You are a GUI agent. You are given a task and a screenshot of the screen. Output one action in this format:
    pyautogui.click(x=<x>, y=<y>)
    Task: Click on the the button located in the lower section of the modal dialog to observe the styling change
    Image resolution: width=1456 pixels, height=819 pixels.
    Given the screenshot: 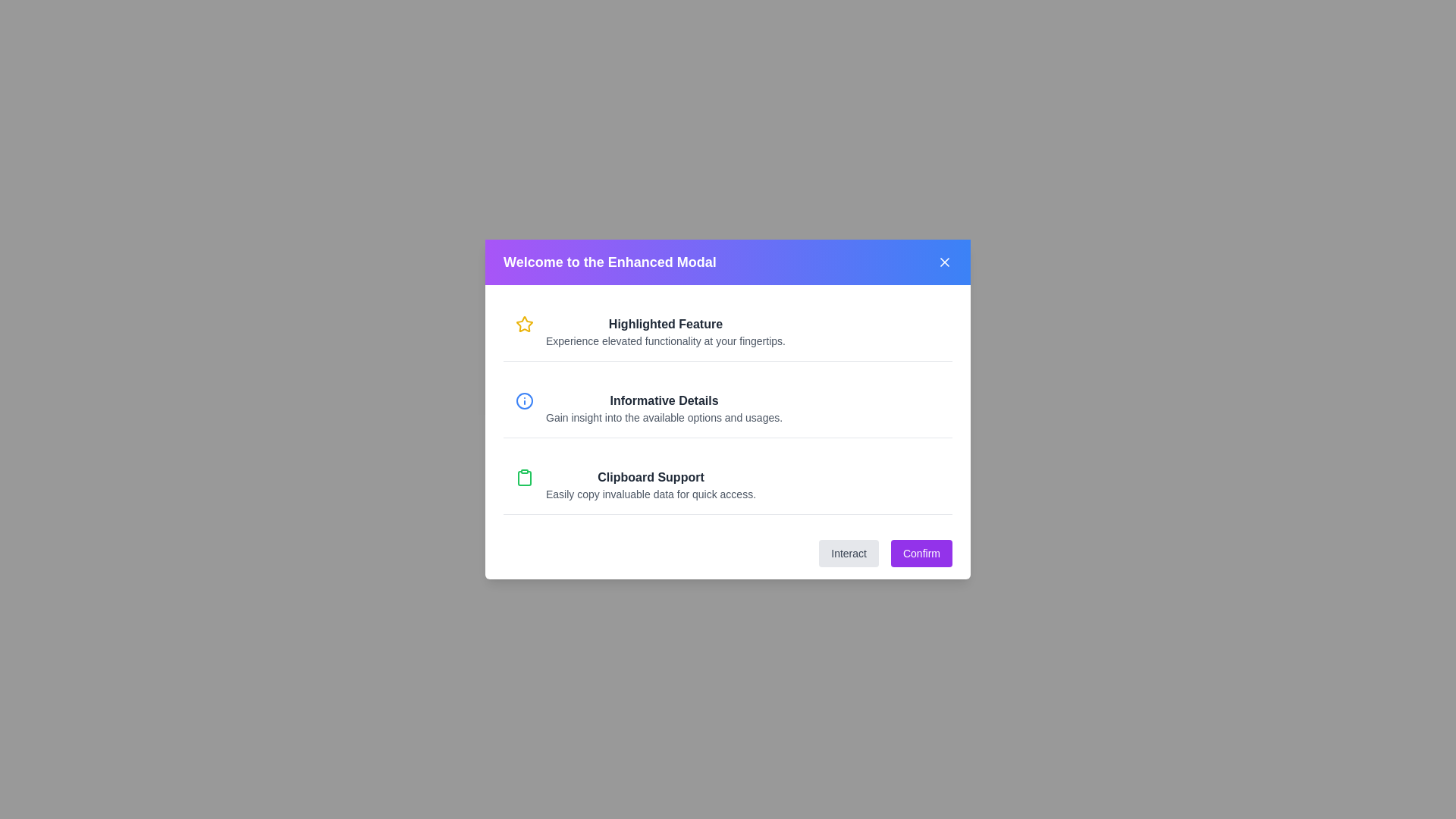 What is the action you would take?
    pyautogui.click(x=848, y=553)
    